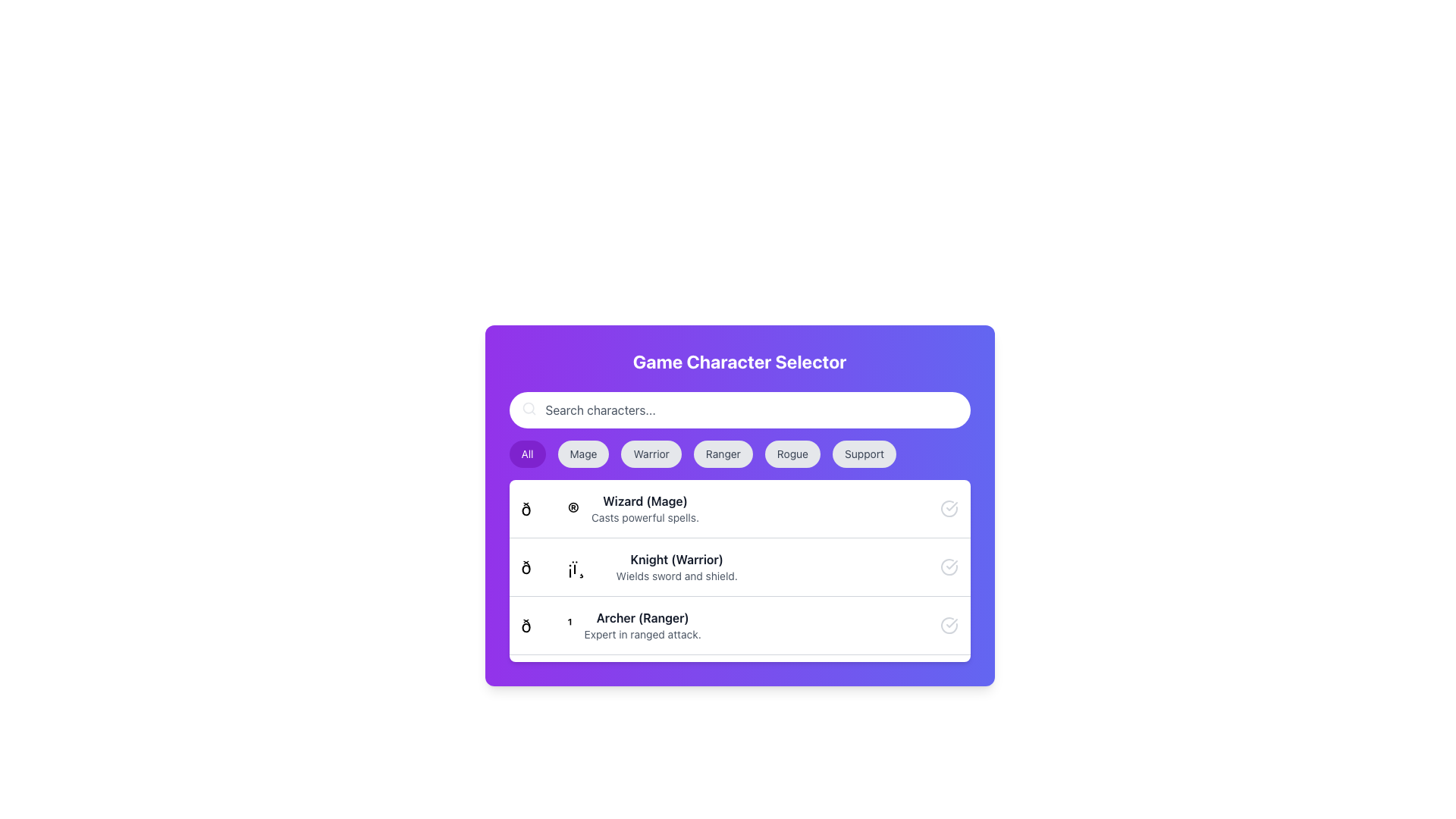 The image size is (1456, 819). What do you see at coordinates (948, 626) in the screenshot?
I see `the interactive icon indicating selection or approval for the 'Archer (Ranger)' entry in the Game Character Selector interface, located at the extreme right of the row aligned with 'Expert in ranged attack.'` at bounding box center [948, 626].